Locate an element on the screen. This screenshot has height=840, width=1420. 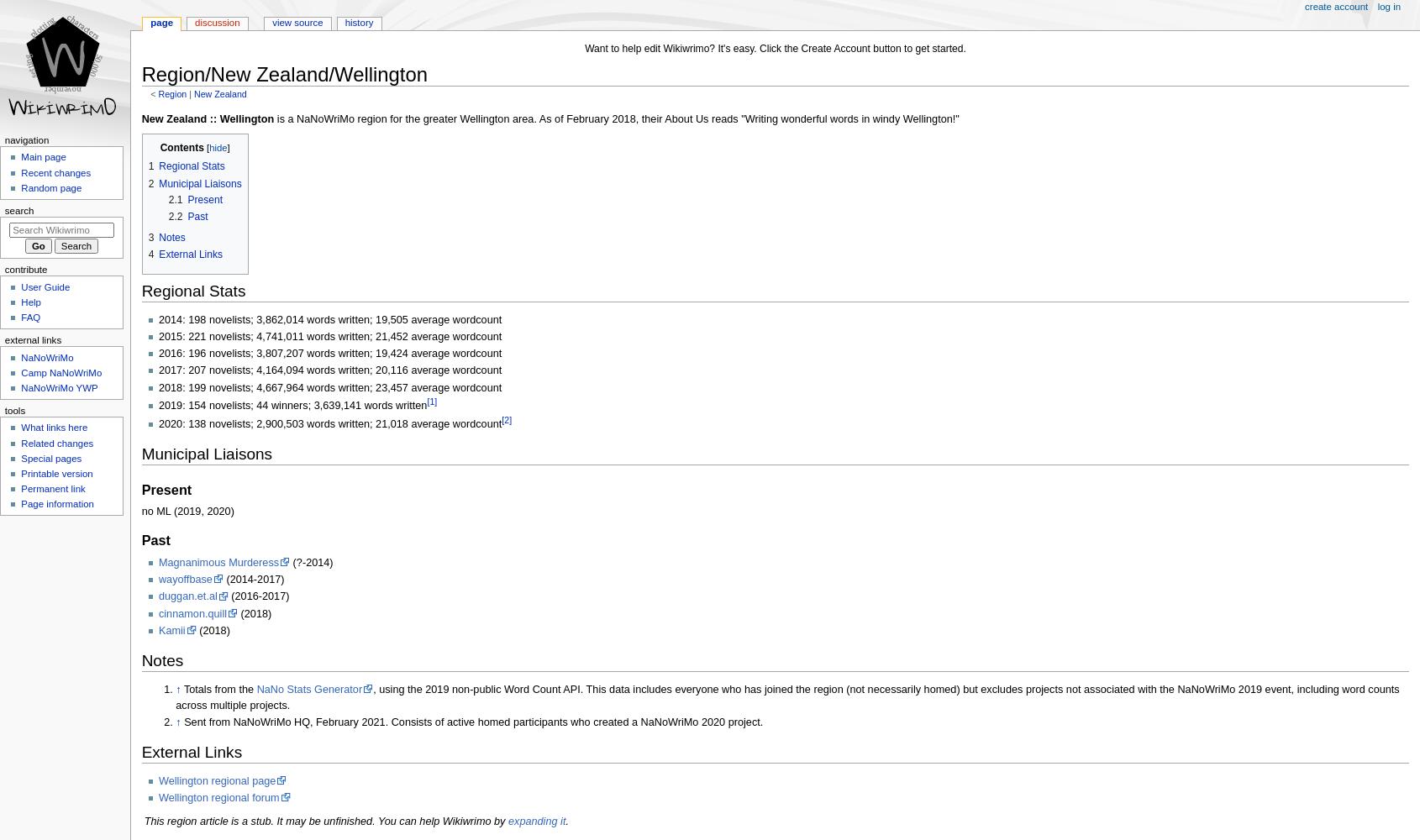
'New Zealand :: Wellington' is located at coordinates (207, 119).